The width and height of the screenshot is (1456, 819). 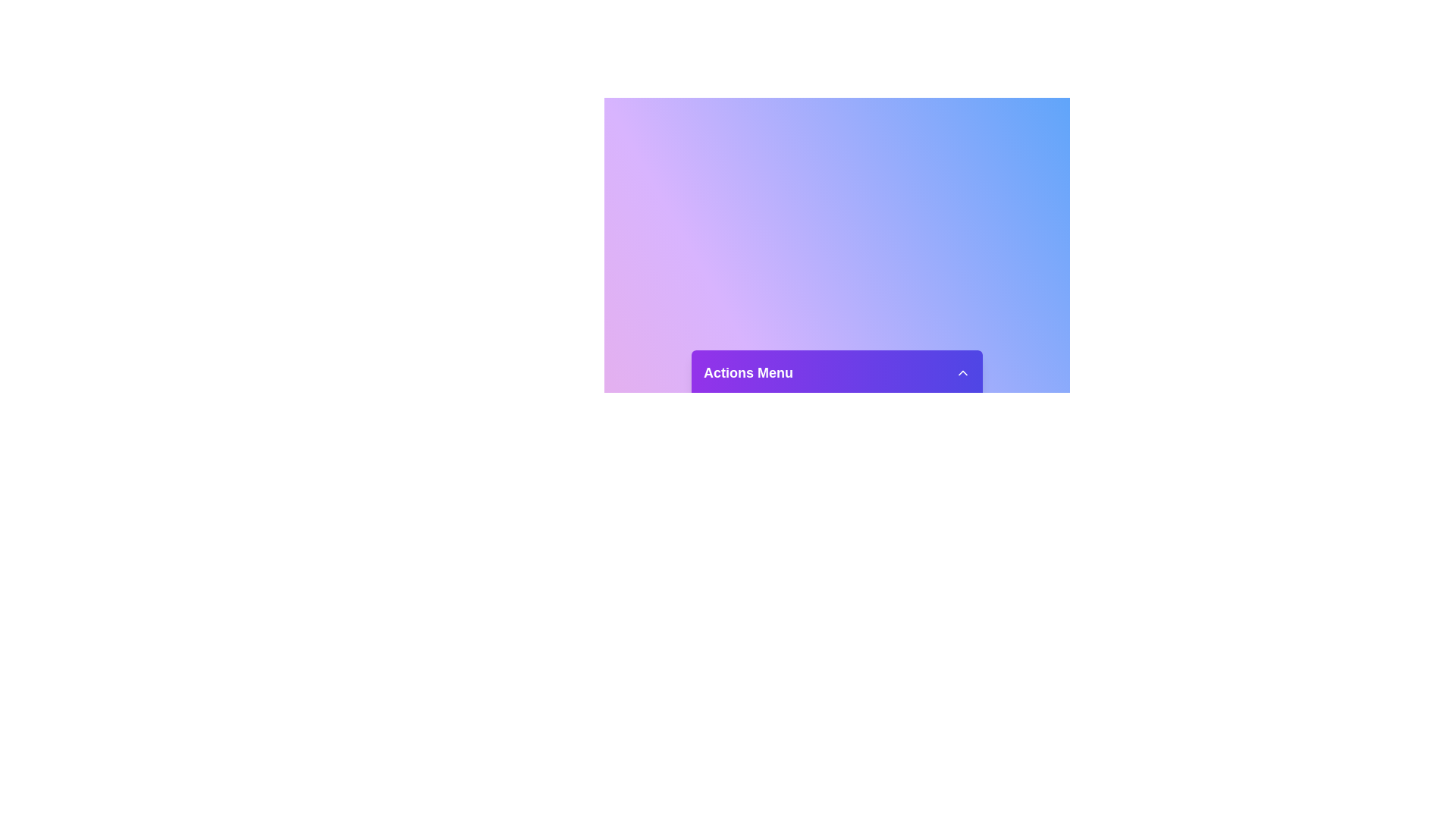 What do you see at coordinates (962, 372) in the screenshot?
I see `dropdown button to toggle the menu visibility` at bounding box center [962, 372].